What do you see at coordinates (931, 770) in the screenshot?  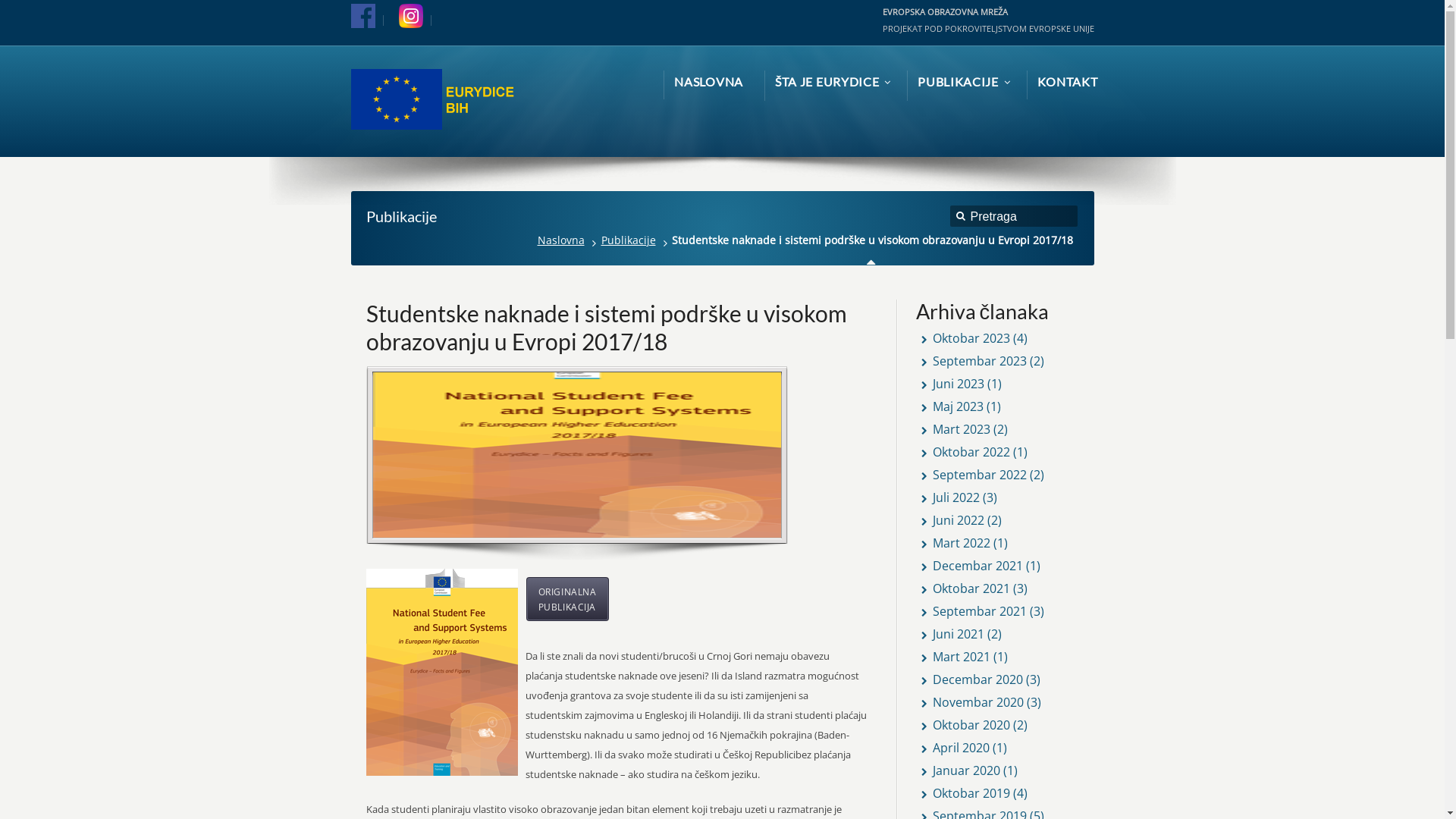 I see `'Januar 2020'` at bounding box center [931, 770].